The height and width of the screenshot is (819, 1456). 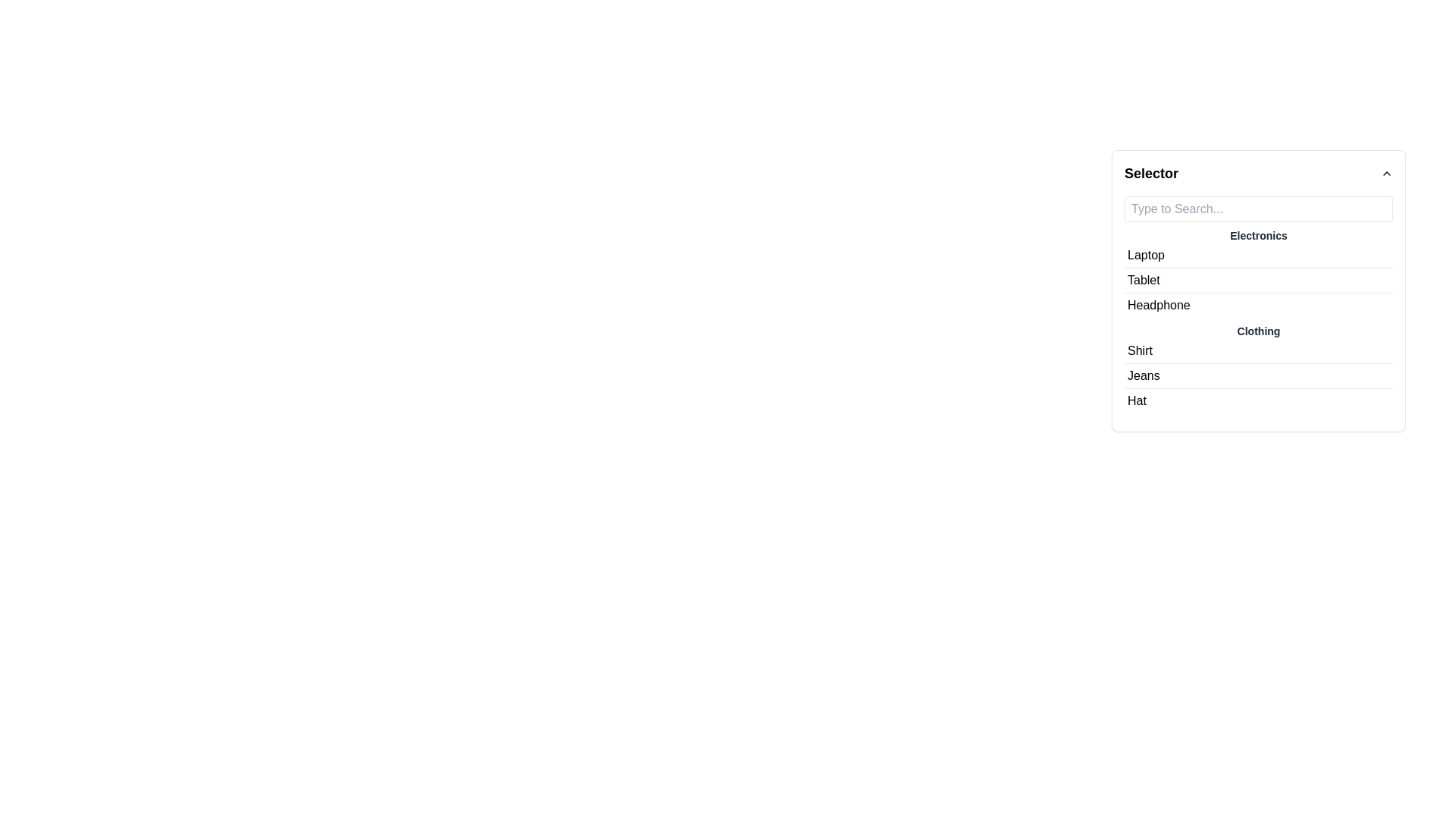 I want to click on the text label displaying 'Clothing', which is the fourth item in a vertically aligned list of products, so click(x=1259, y=320).